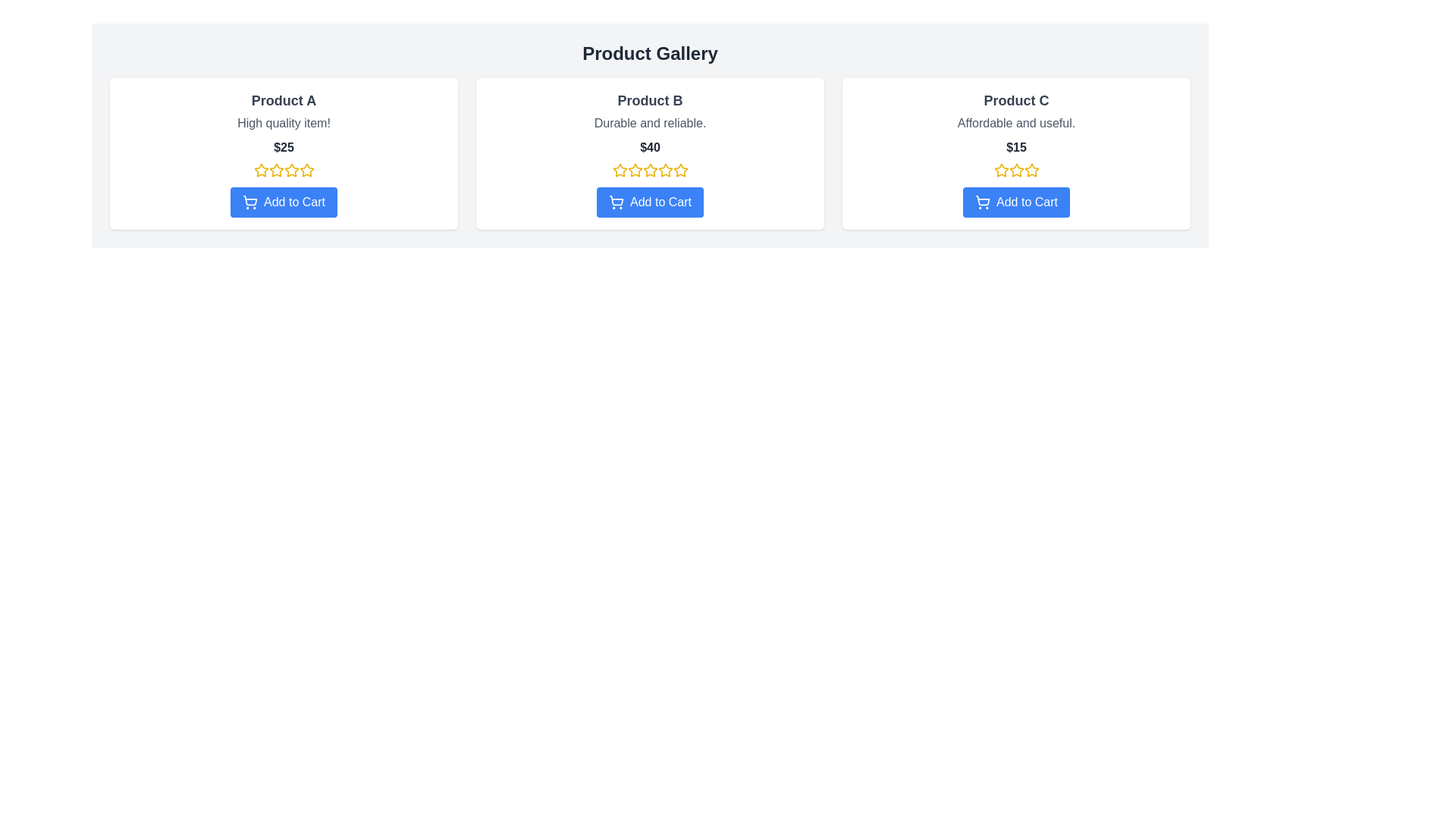 The height and width of the screenshot is (819, 1456). Describe the element at coordinates (1031, 169) in the screenshot. I see `the third star icon in the rating component under 'Product C' to rate it` at that location.